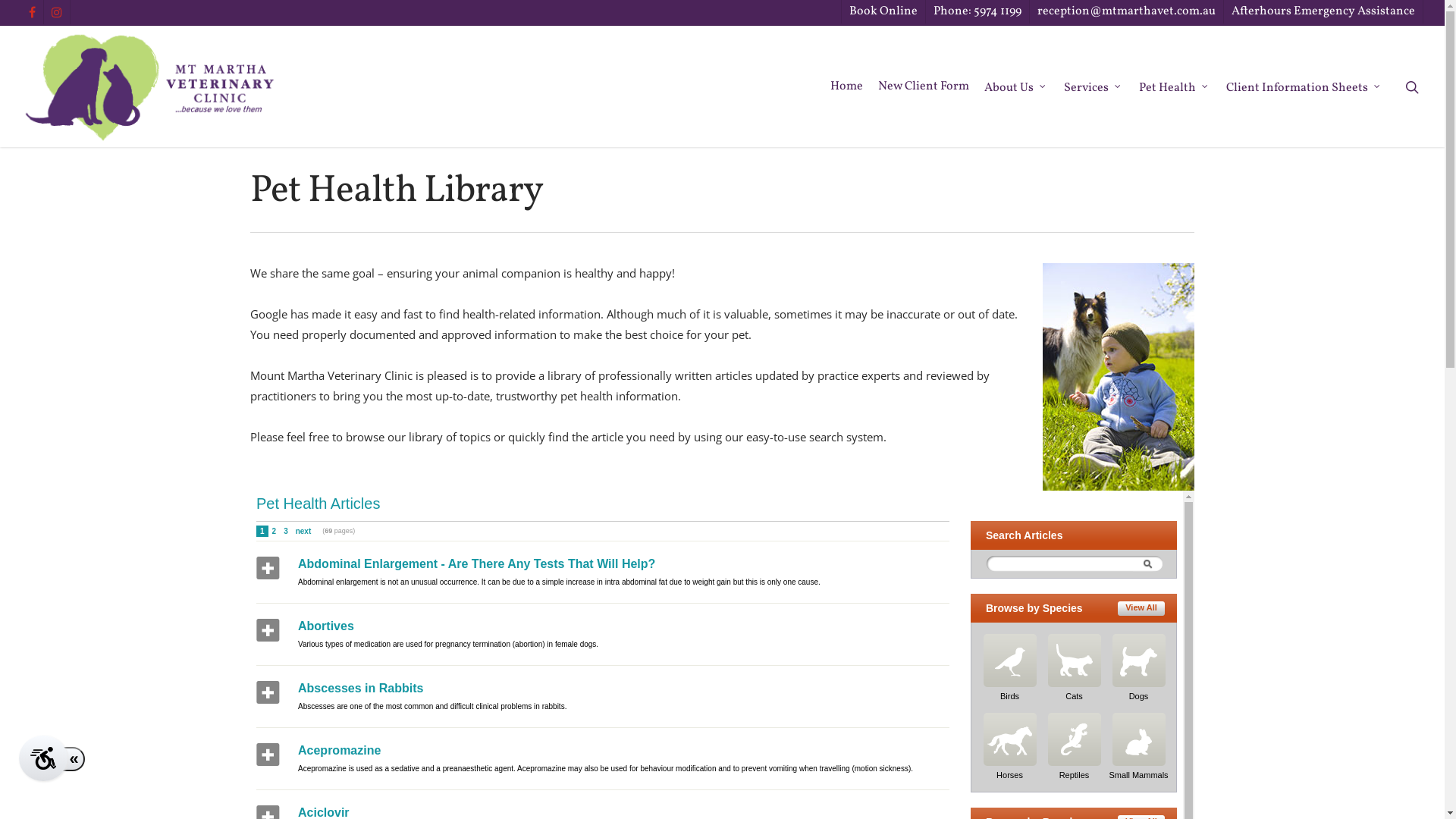  Describe the element at coordinates (1125, 11) in the screenshot. I see `'reception@mtmarthavet.com.au'` at that location.